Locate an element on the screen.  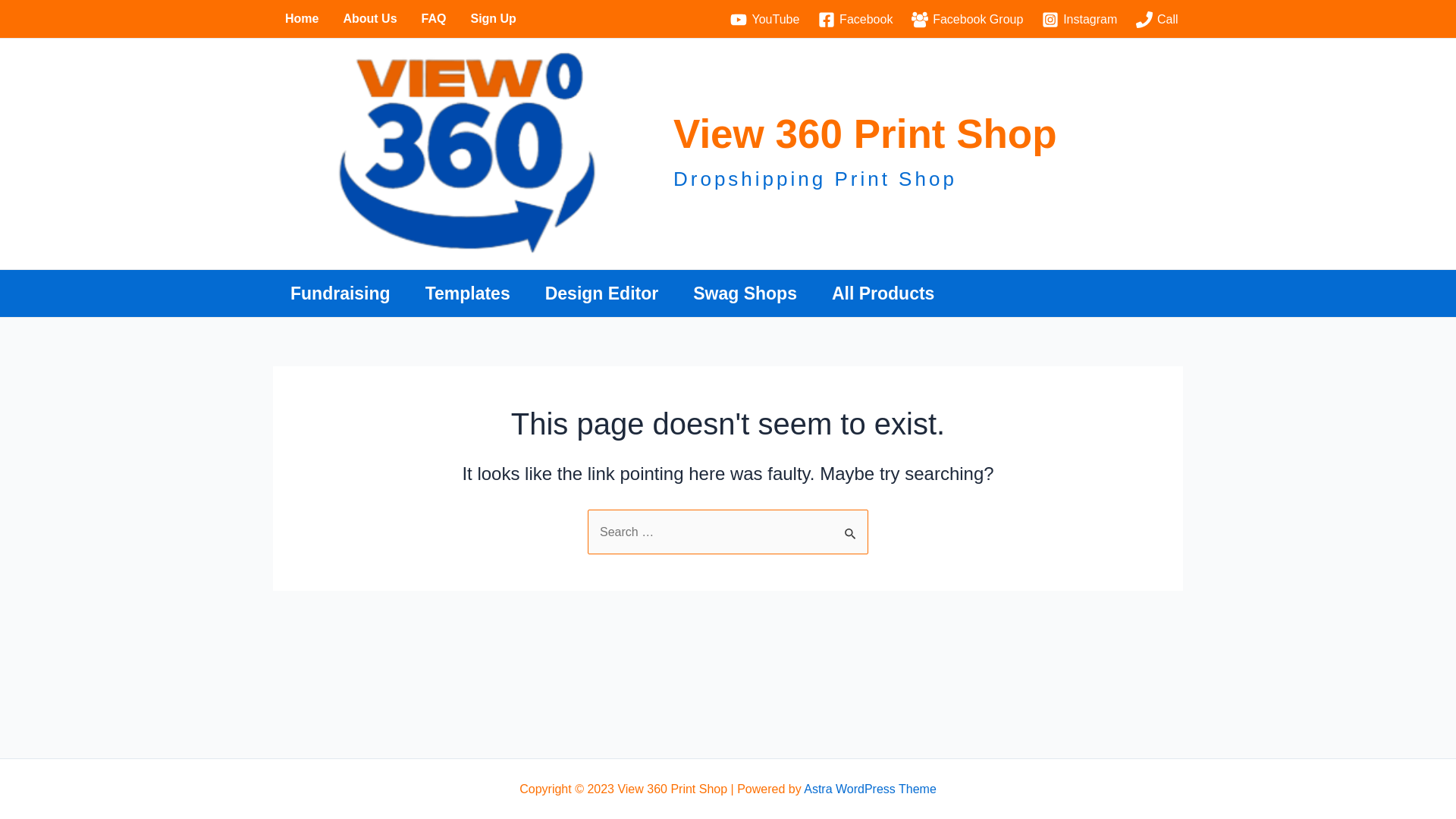
'Home' is located at coordinates (302, 18).